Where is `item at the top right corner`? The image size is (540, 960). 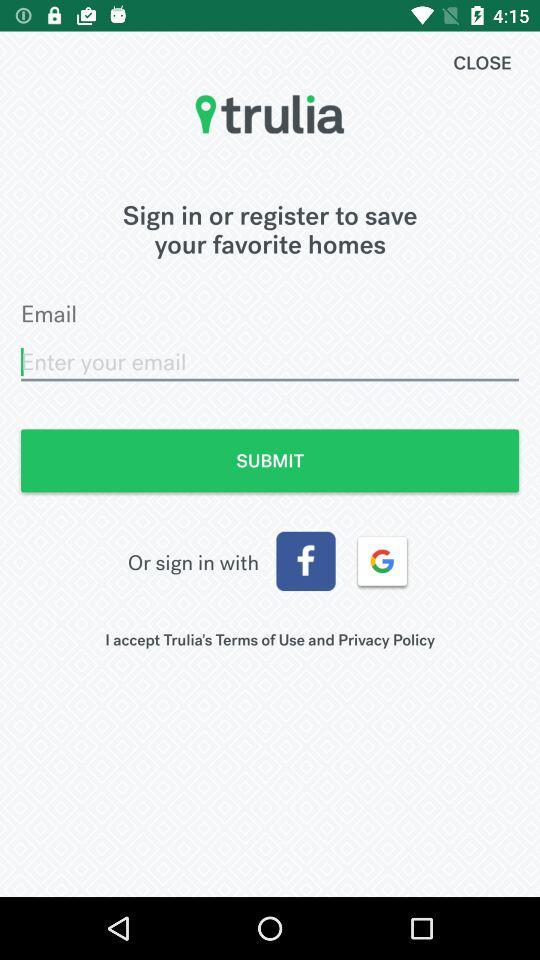 item at the top right corner is located at coordinates (481, 62).